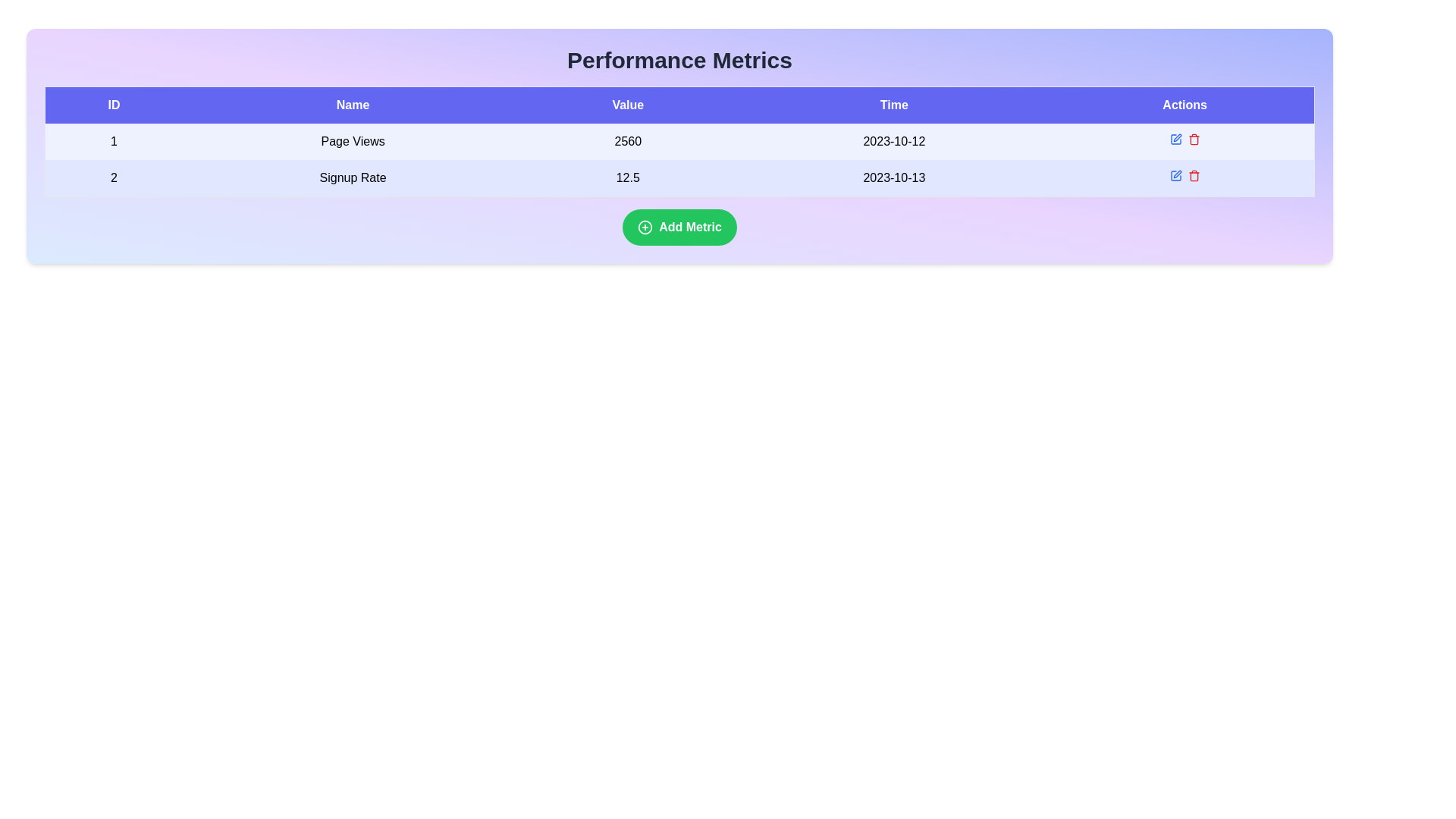 The height and width of the screenshot is (819, 1456). I want to click on the Table Header Cell displaying 'Name' in white text on a purple background, which is the second cell in the header row of the table, so click(352, 104).